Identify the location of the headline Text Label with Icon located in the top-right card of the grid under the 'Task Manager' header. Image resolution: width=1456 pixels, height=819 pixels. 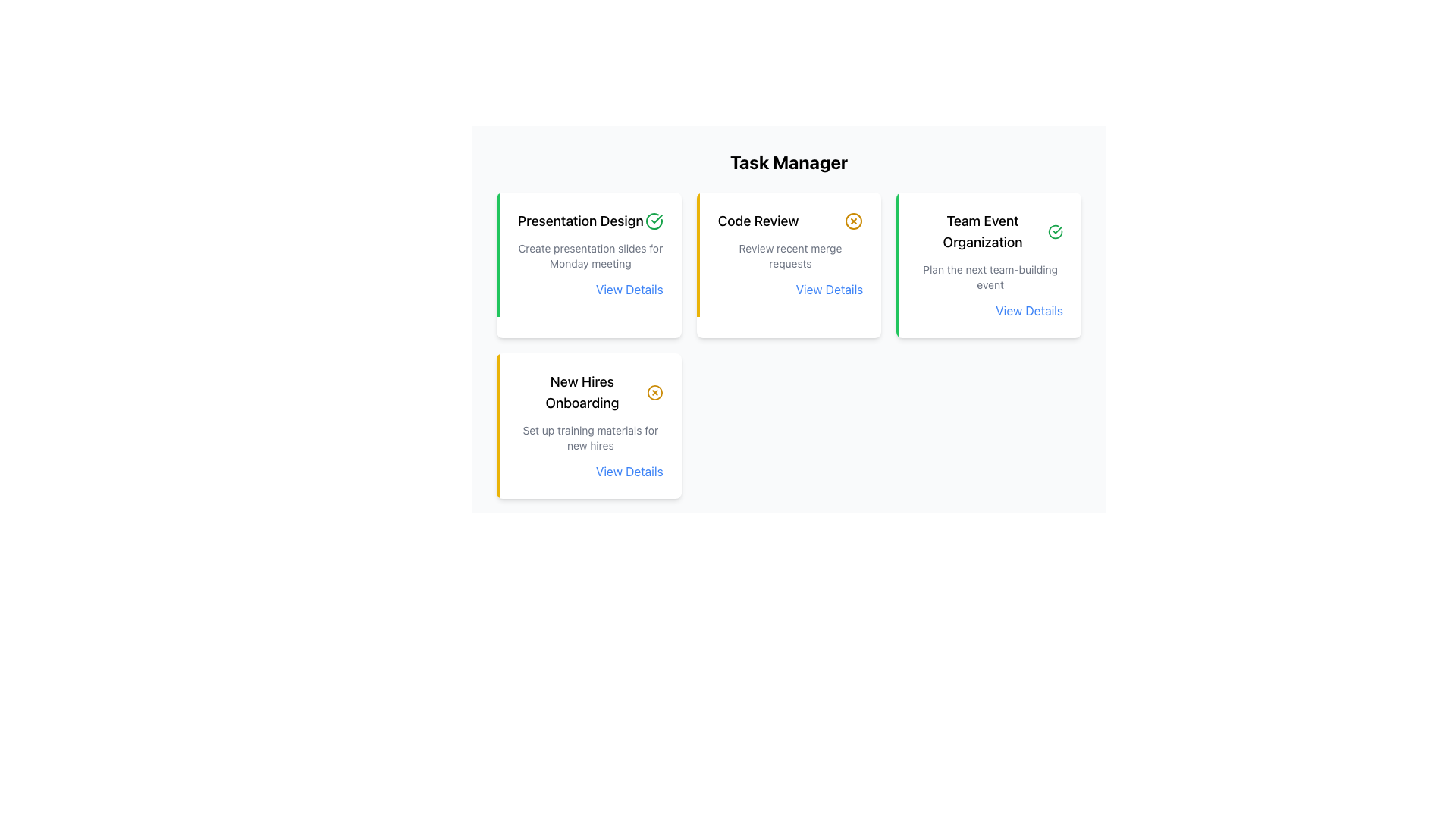
(789, 221).